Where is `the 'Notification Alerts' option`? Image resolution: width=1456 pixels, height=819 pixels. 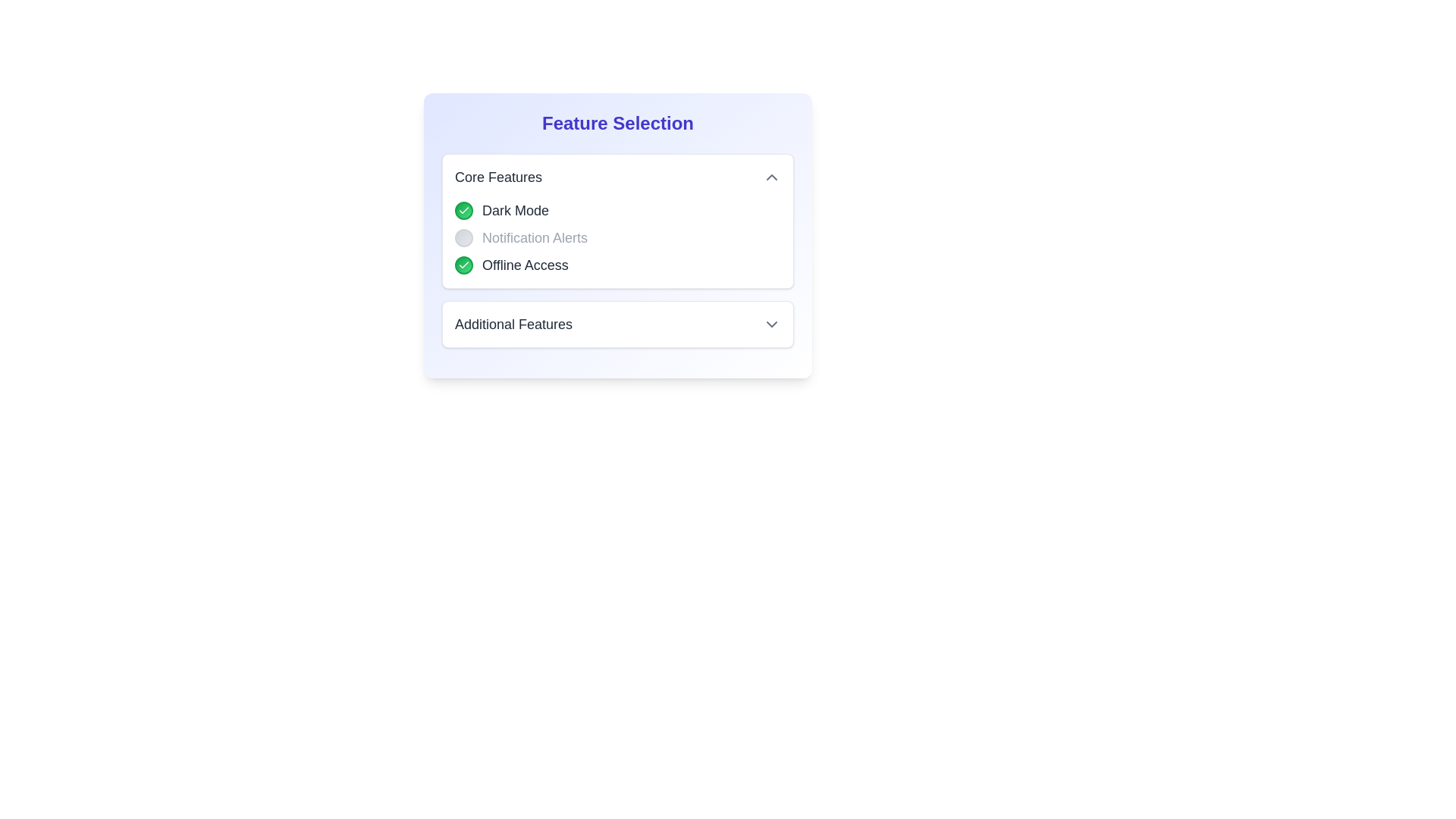 the 'Notification Alerts' option is located at coordinates (618, 237).